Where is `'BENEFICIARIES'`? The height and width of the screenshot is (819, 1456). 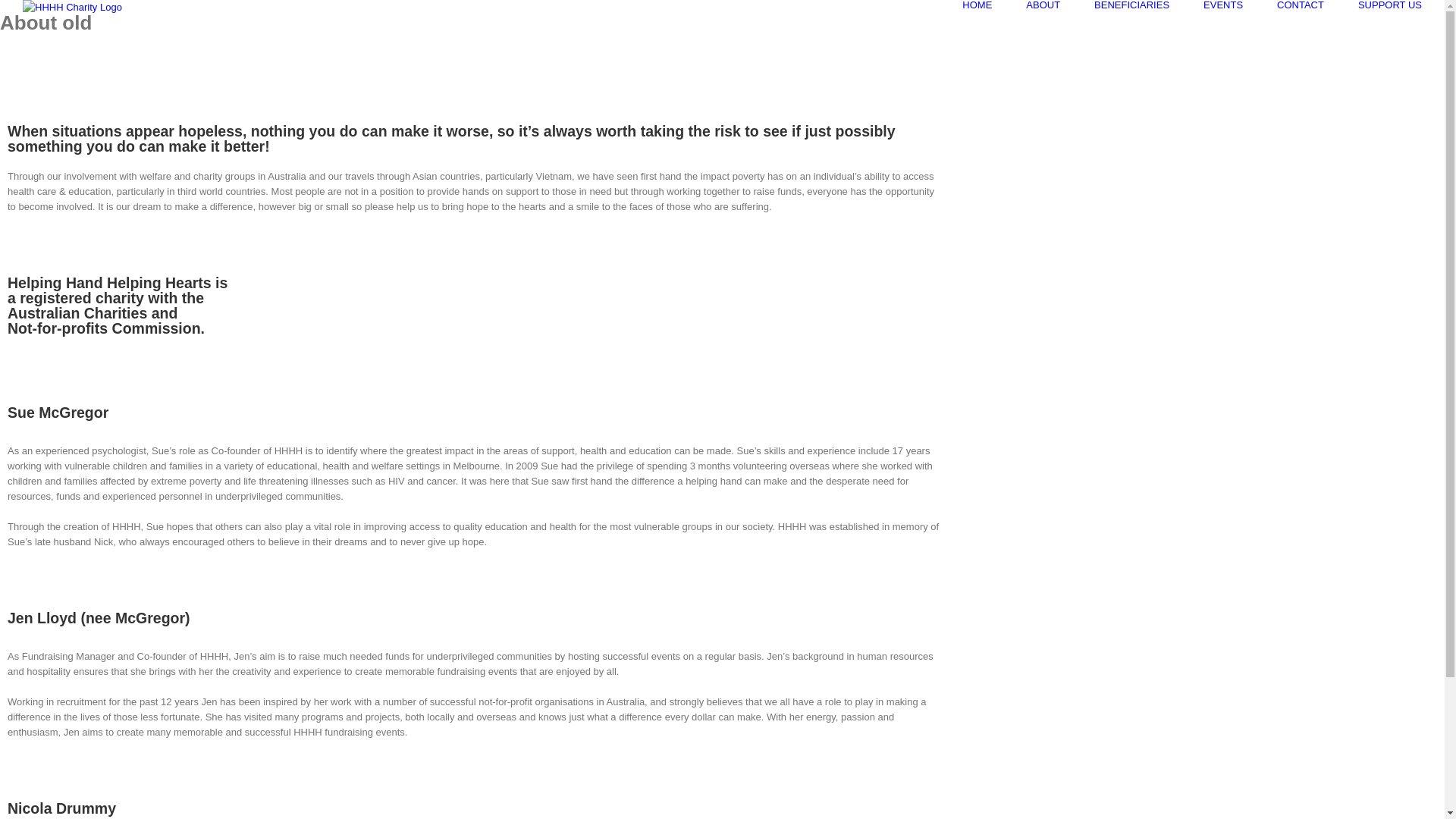
'BENEFICIARIES' is located at coordinates (1131, 5).